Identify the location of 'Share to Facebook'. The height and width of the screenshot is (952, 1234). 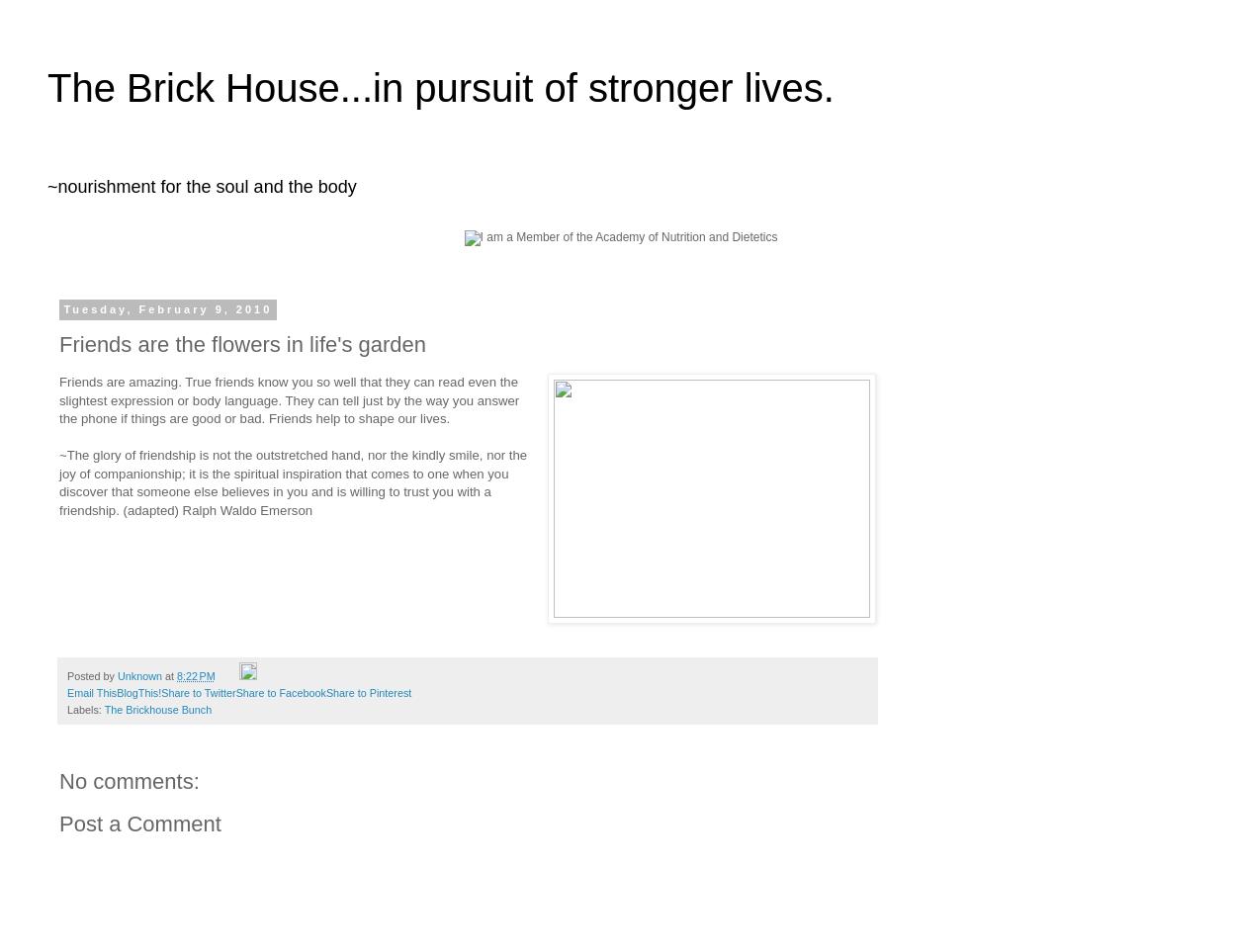
(279, 692).